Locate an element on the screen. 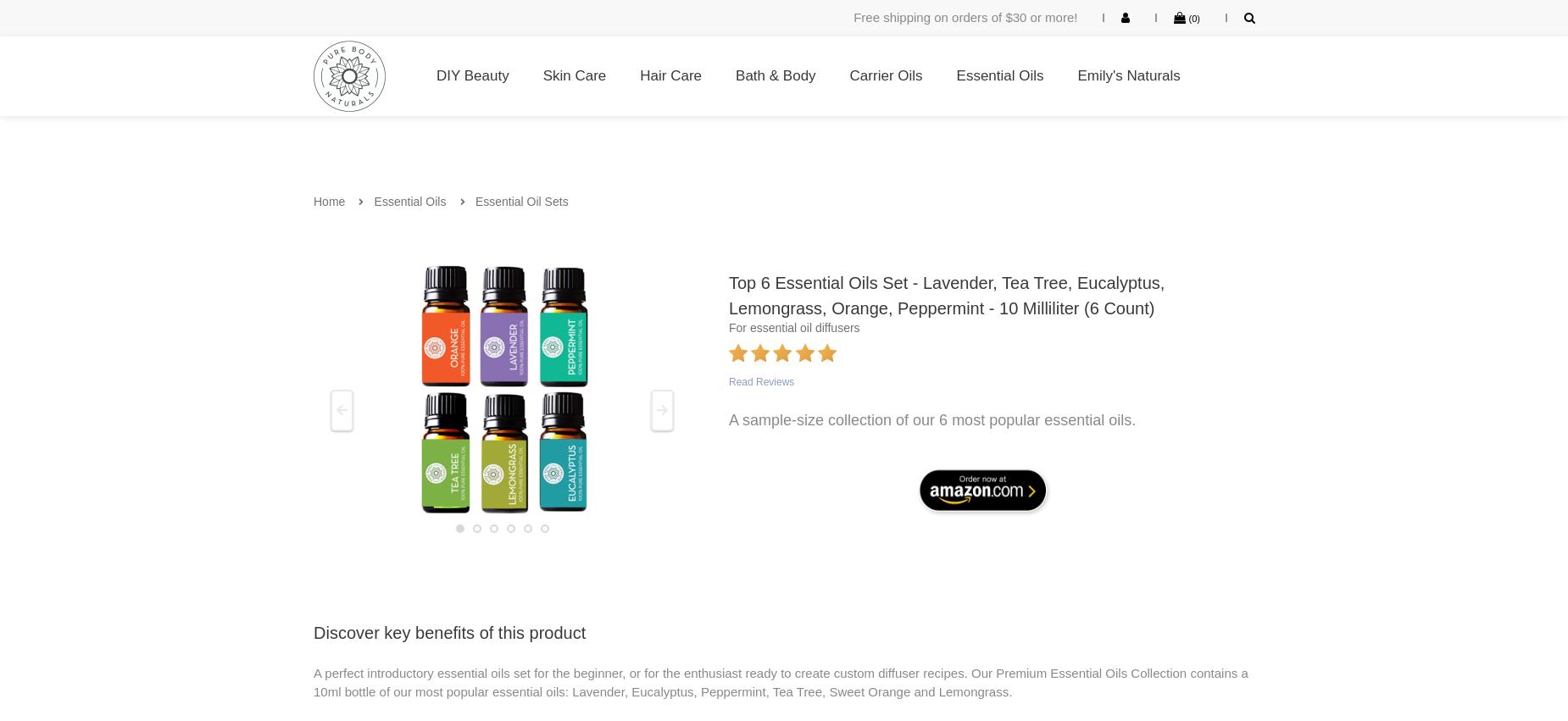 Image resolution: width=1568 pixels, height=721 pixels. 'Top 6 Essential Oils Set - Lavender, Tea Tree, Eucalyptus, Lemongrass, Orange, Peppermint - 10 Milliliter (6 Count)' is located at coordinates (946, 294).